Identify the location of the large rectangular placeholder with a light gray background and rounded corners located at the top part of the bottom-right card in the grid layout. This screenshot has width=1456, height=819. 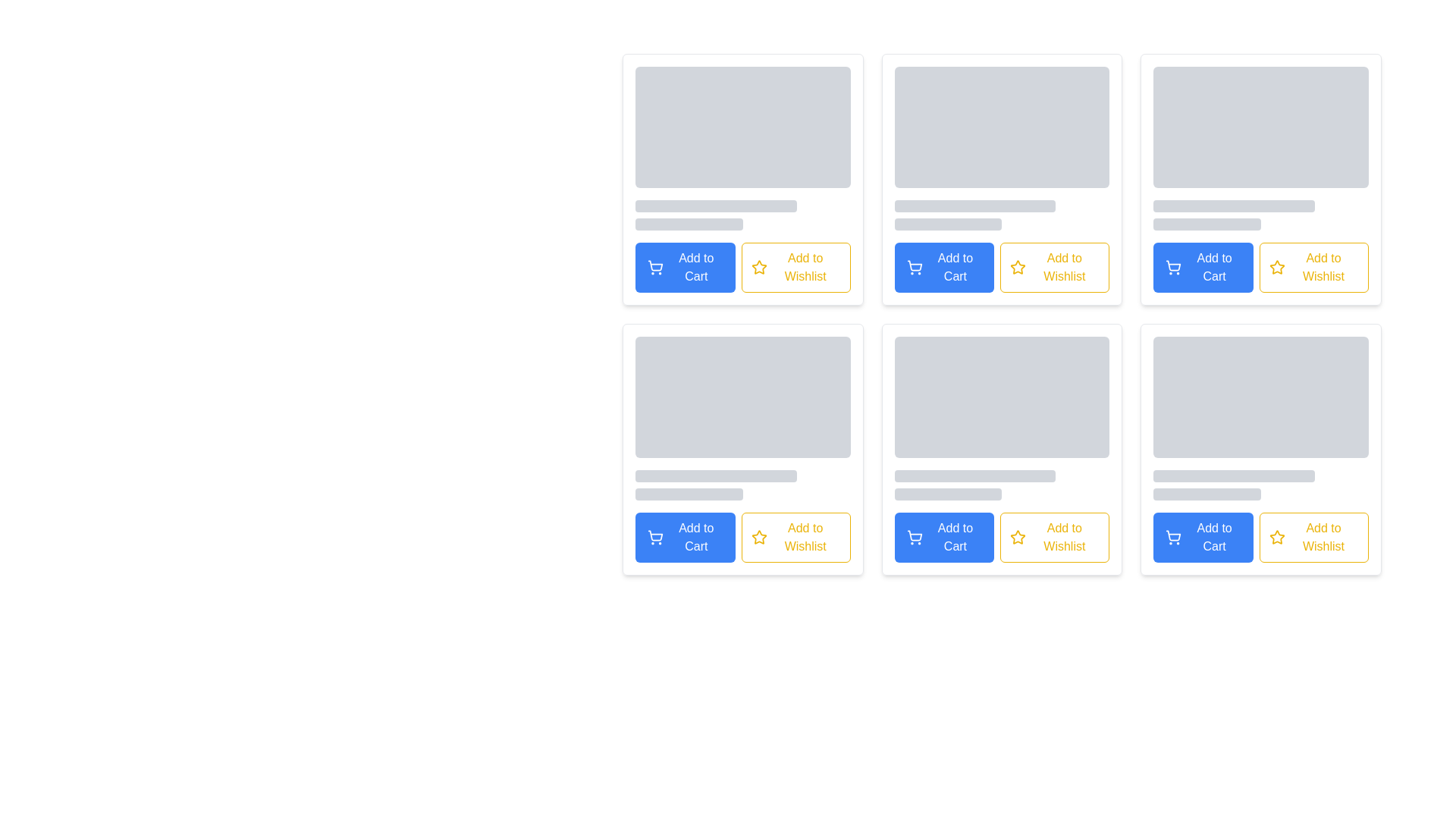
(1261, 418).